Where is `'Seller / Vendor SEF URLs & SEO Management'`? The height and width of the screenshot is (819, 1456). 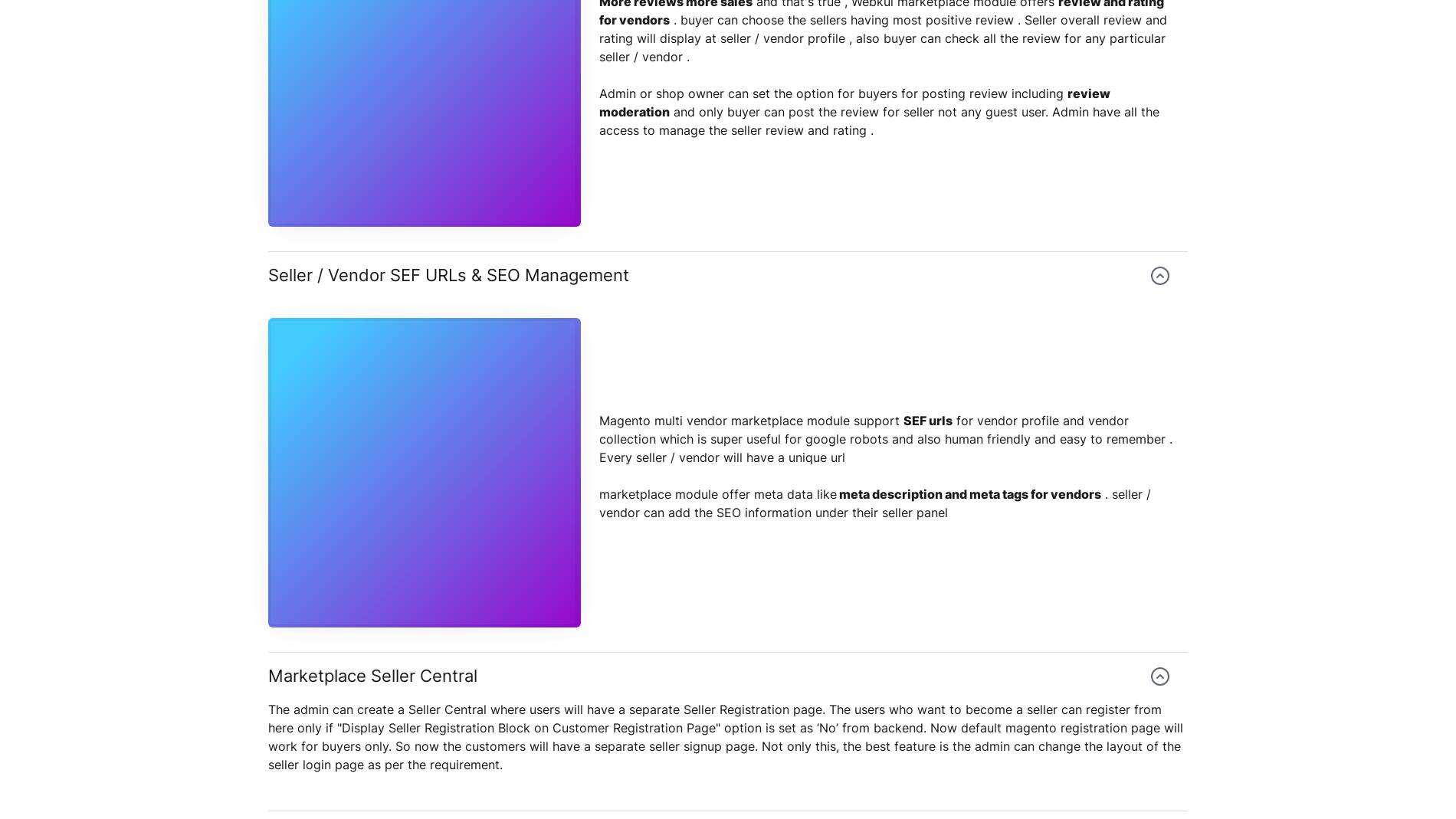 'Seller / Vendor SEF URLs & SEO Management' is located at coordinates (448, 274).